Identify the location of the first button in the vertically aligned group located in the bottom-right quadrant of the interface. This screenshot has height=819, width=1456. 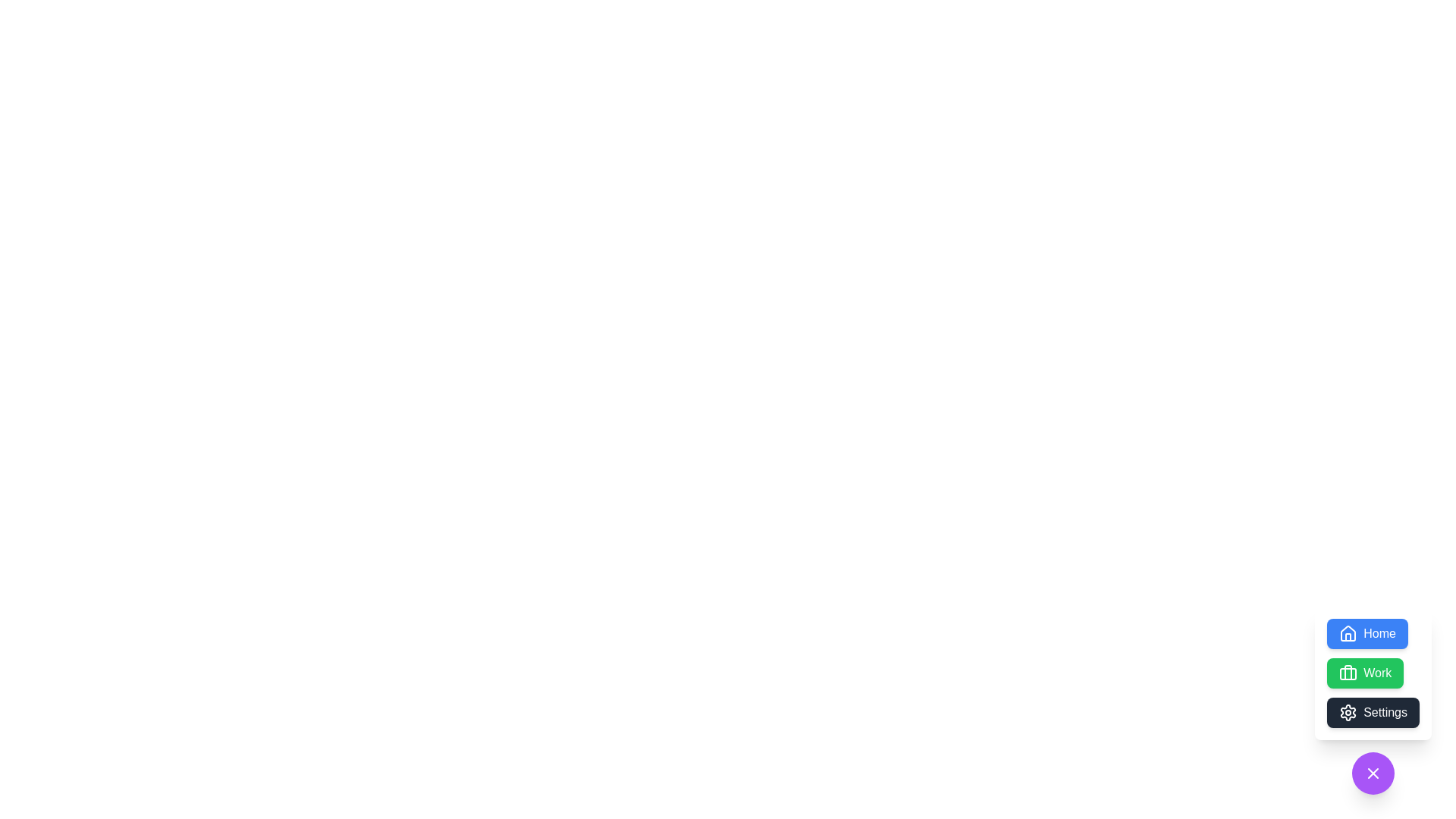
(1367, 634).